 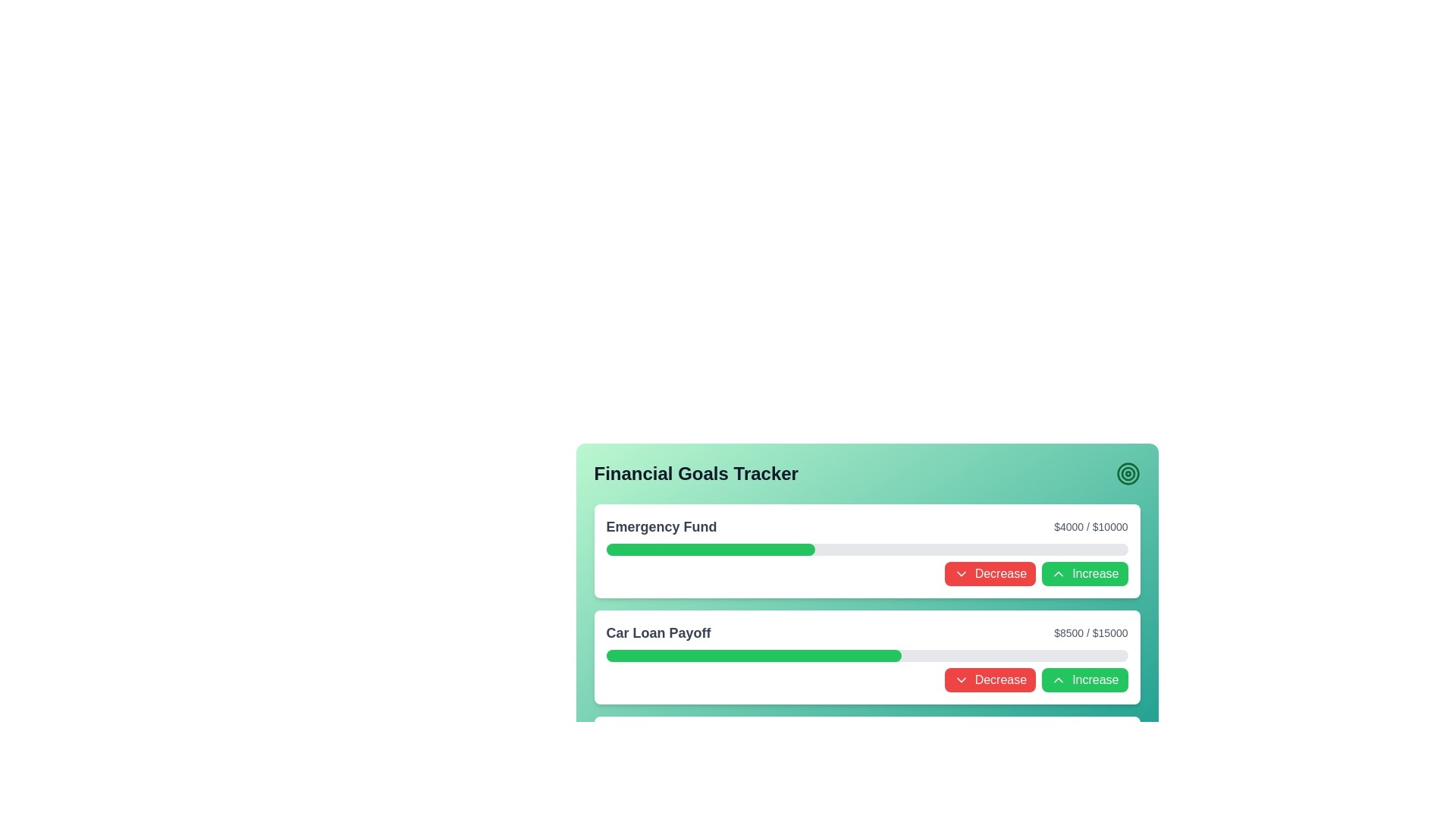 I want to click on the downward chevron icon within the red 'Decrease' button for additional options, so click(x=960, y=679).